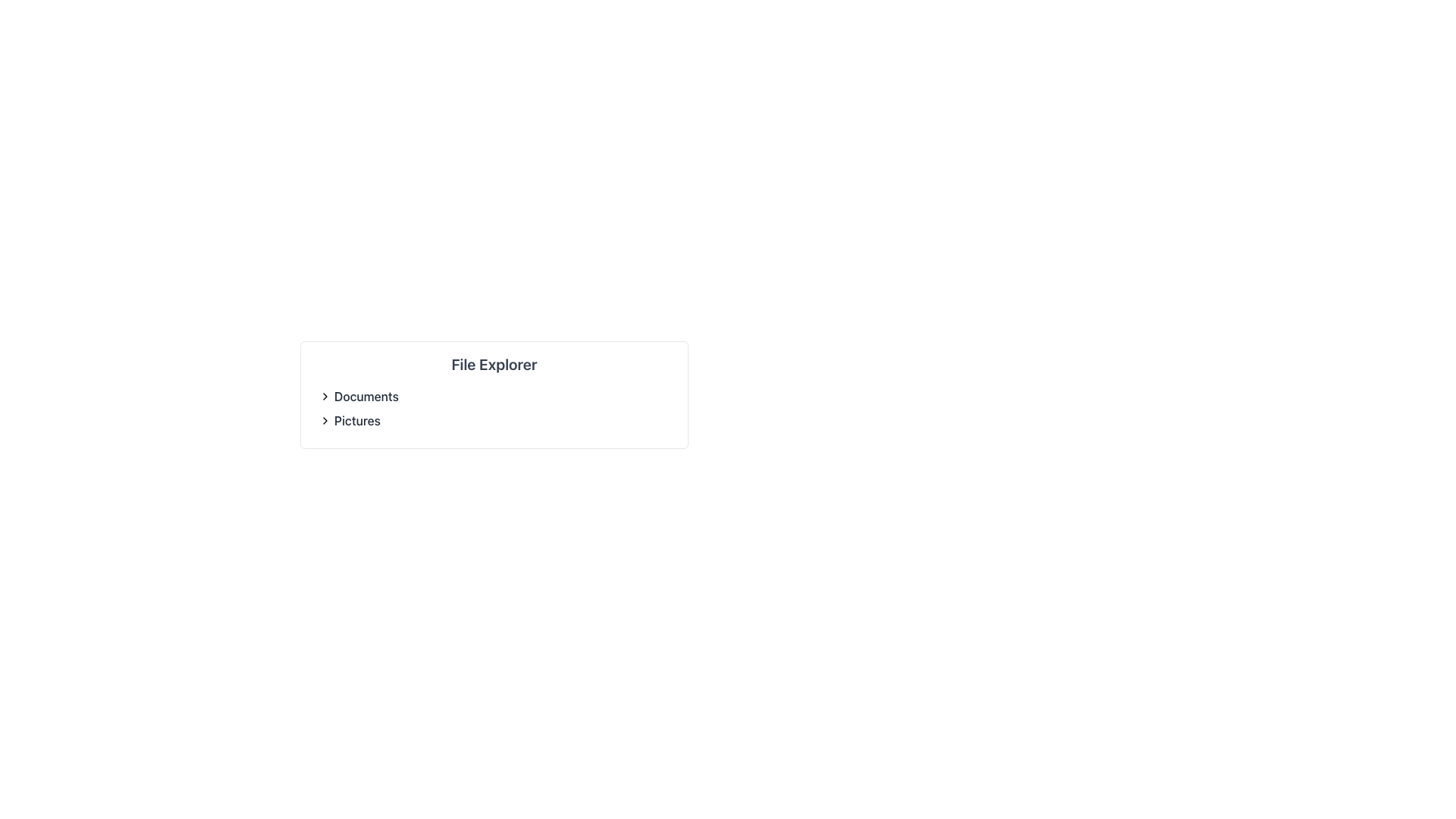 The image size is (1456, 819). Describe the element at coordinates (494, 394) in the screenshot. I see `the 'File Explorer' card element, which is a rectangular box with rounded edges featuring a white background and a title in bold font` at that location.